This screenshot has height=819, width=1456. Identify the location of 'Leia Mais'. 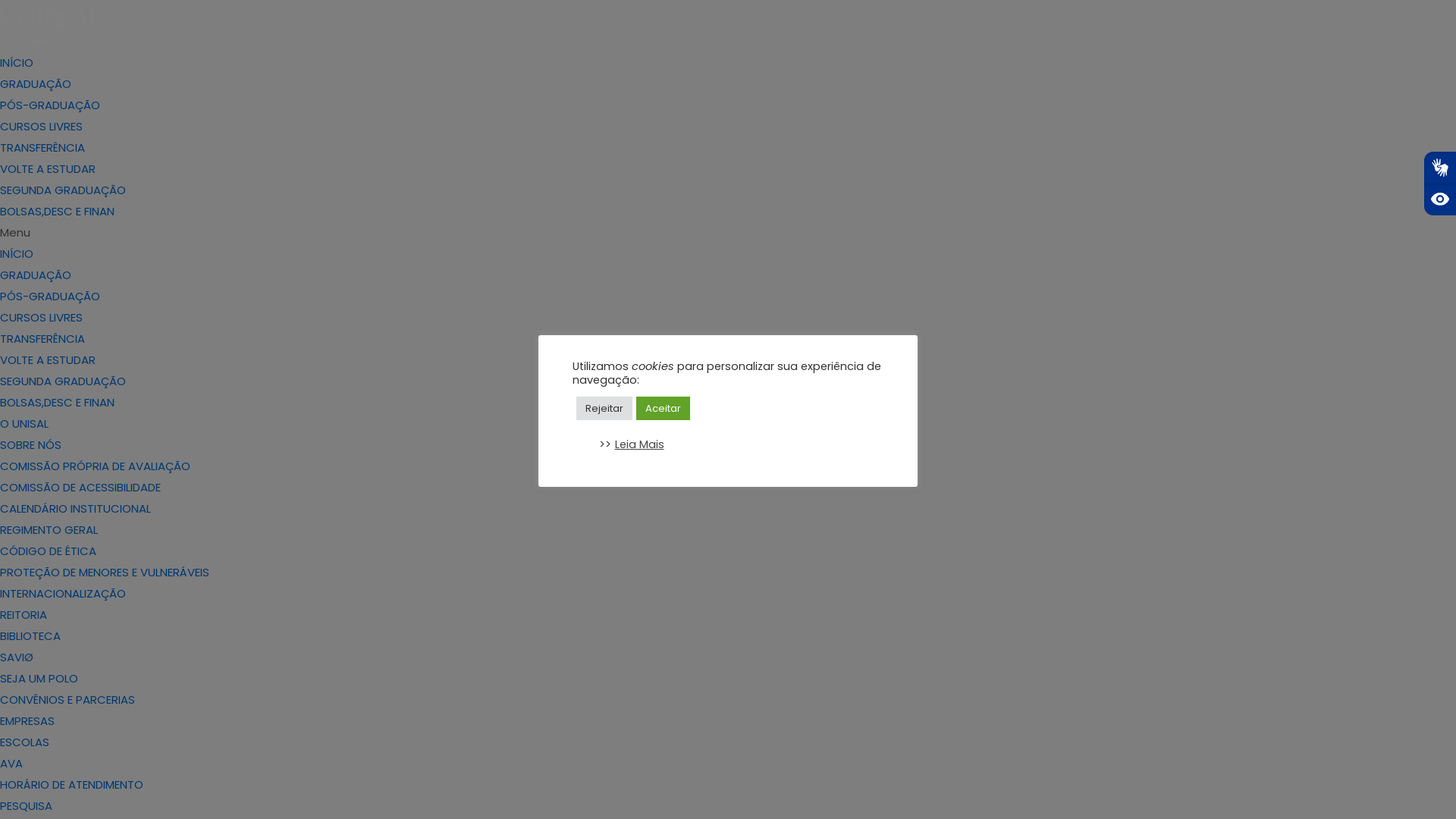
(639, 444).